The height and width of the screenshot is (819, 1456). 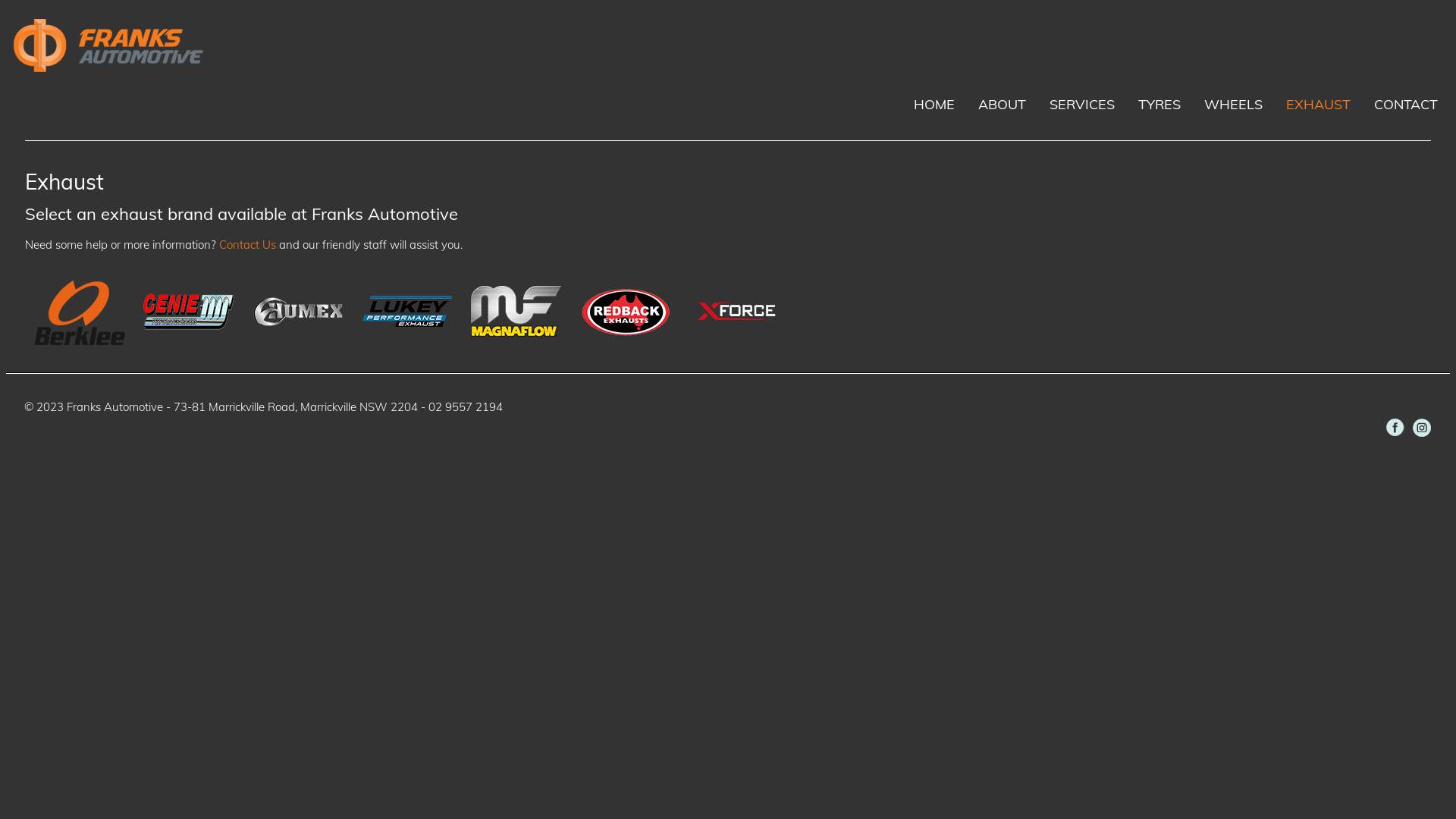 I want to click on 'Contact Us', so click(x=218, y=243).